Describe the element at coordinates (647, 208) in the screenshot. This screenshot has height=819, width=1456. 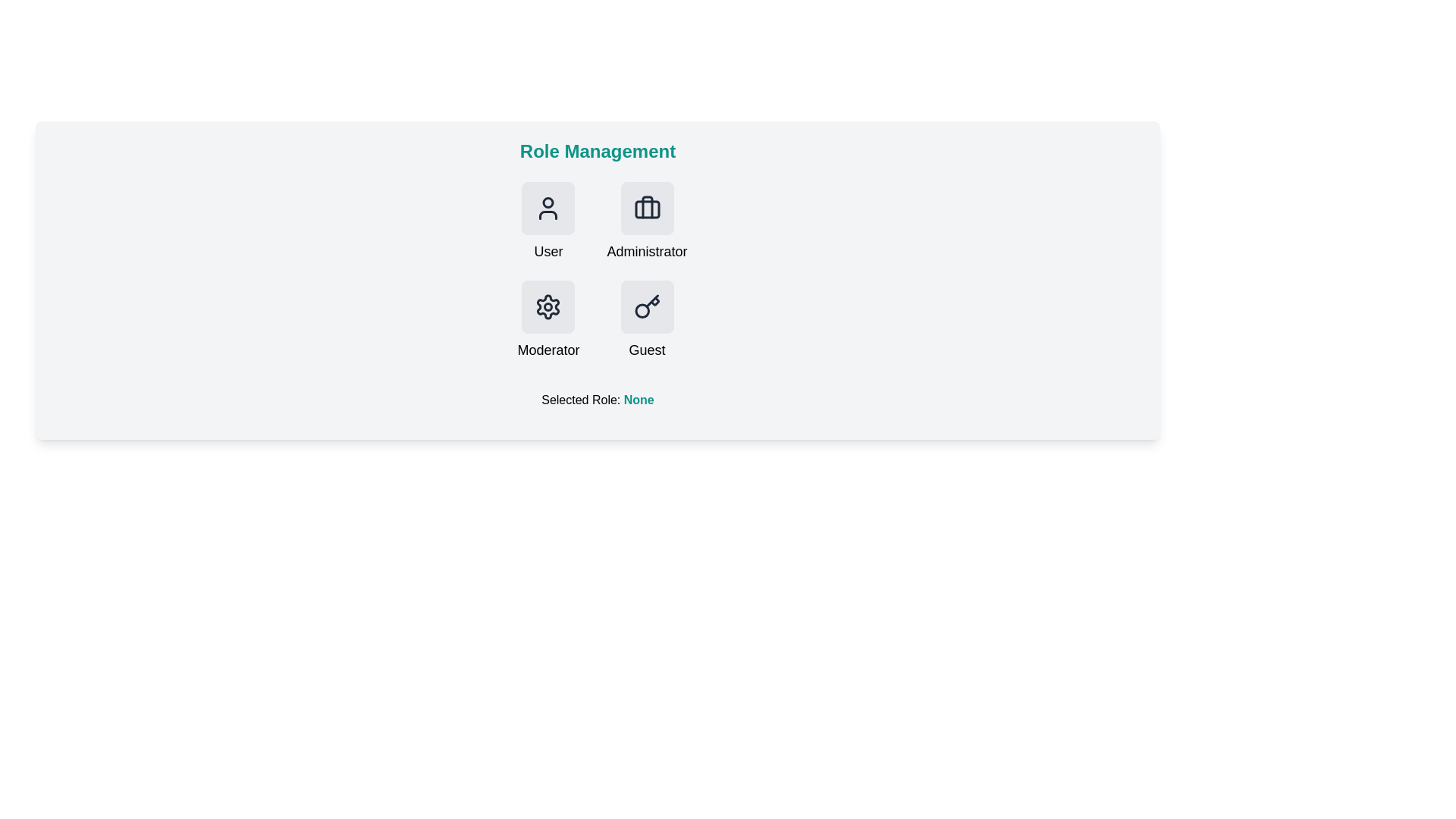
I see `the dark gray briefcase icon located in the second column of the first row of the icon grid` at that location.